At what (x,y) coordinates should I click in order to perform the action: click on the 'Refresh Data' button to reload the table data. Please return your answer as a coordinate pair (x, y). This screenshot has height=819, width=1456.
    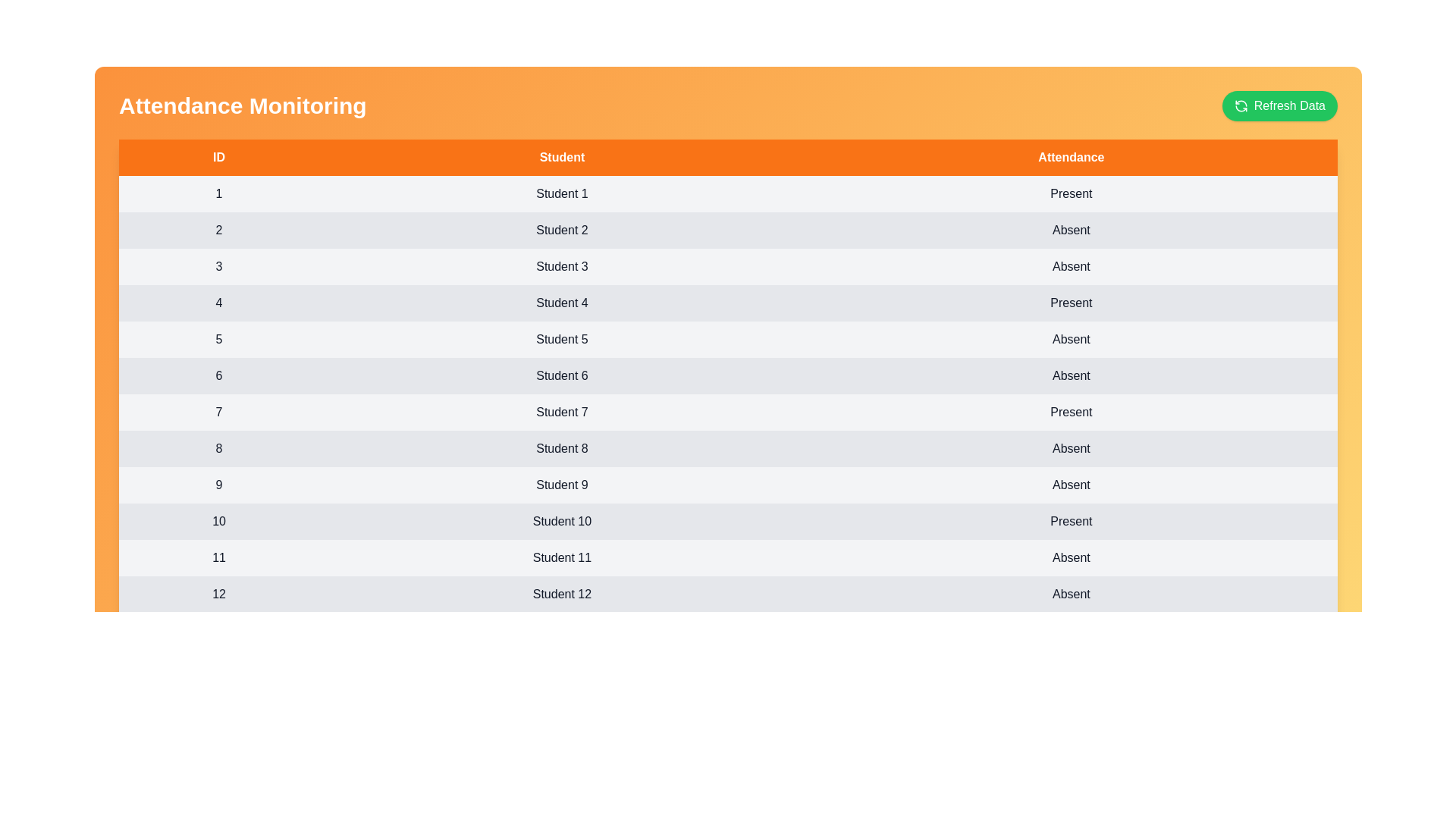
    Looking at the image, I should click on (1279, 105).